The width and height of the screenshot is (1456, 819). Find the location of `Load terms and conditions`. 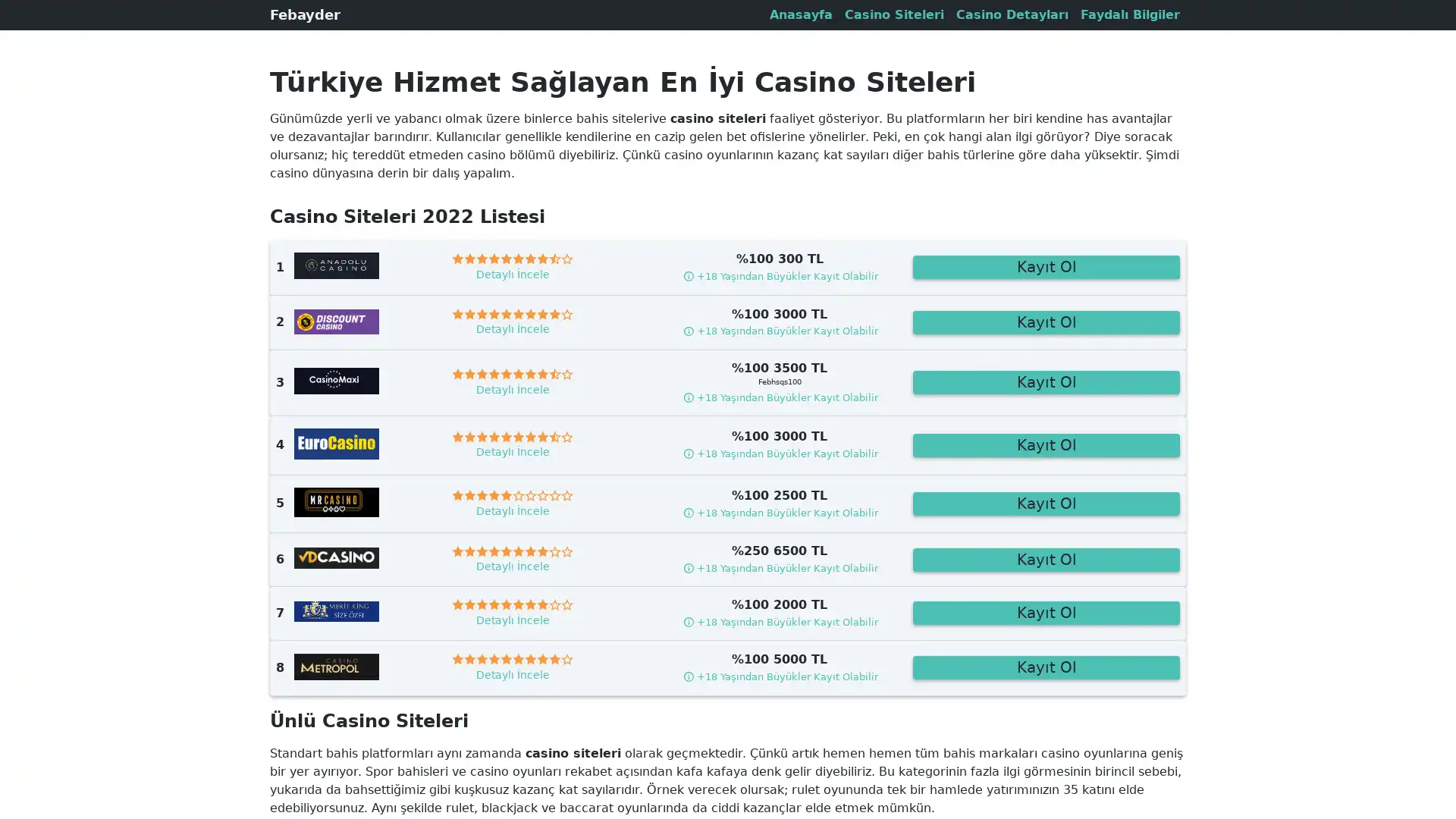

Load terms and conditions is located at coordinates (779, 453).